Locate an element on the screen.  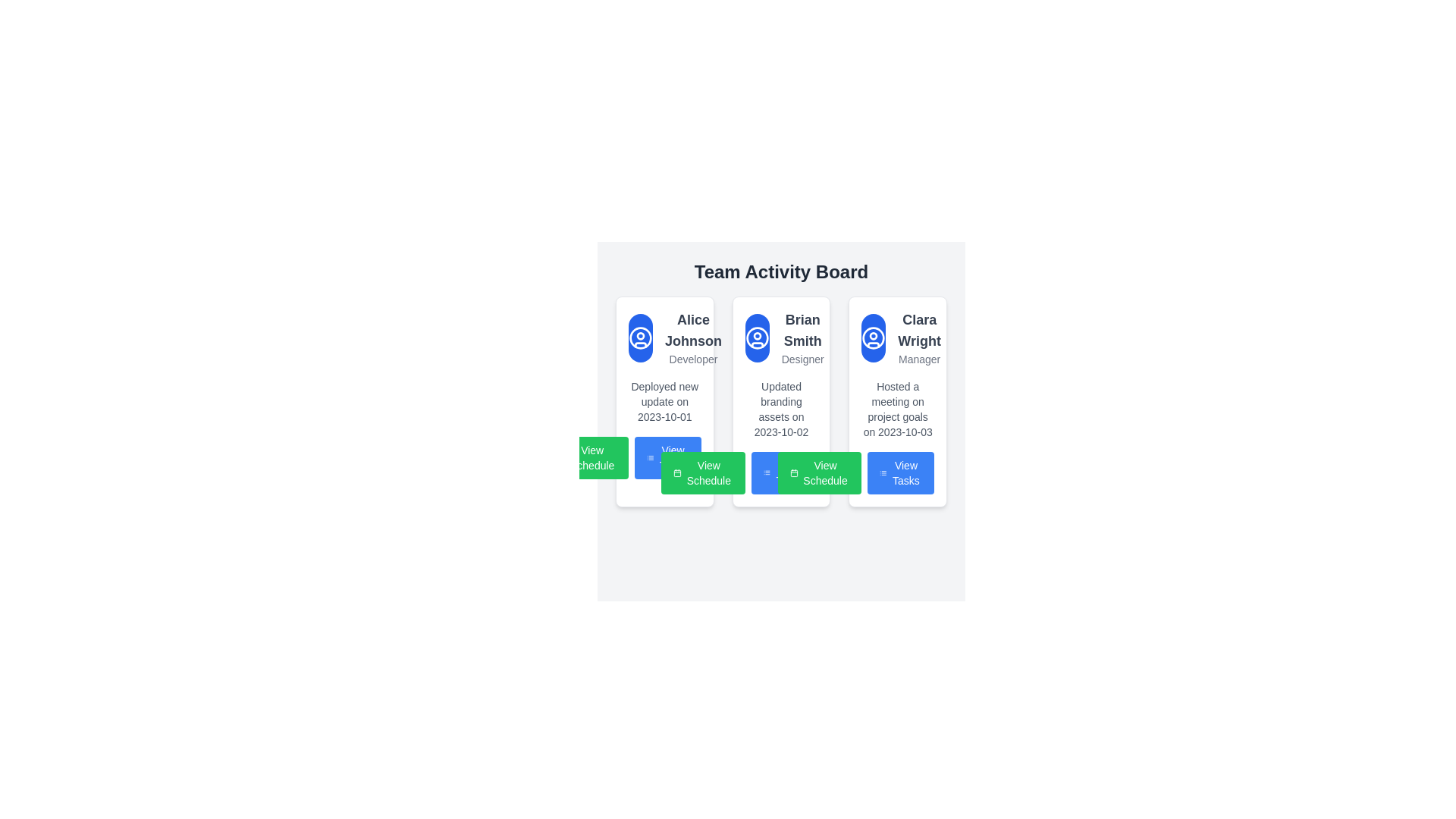
the 'Designer' text label, which is styled in a smaller font size with a light gray color and positioned beneath the 'Brian Smith' text in the second card of the 'Team Activity Board' interface is located at coordinates (802, 359).